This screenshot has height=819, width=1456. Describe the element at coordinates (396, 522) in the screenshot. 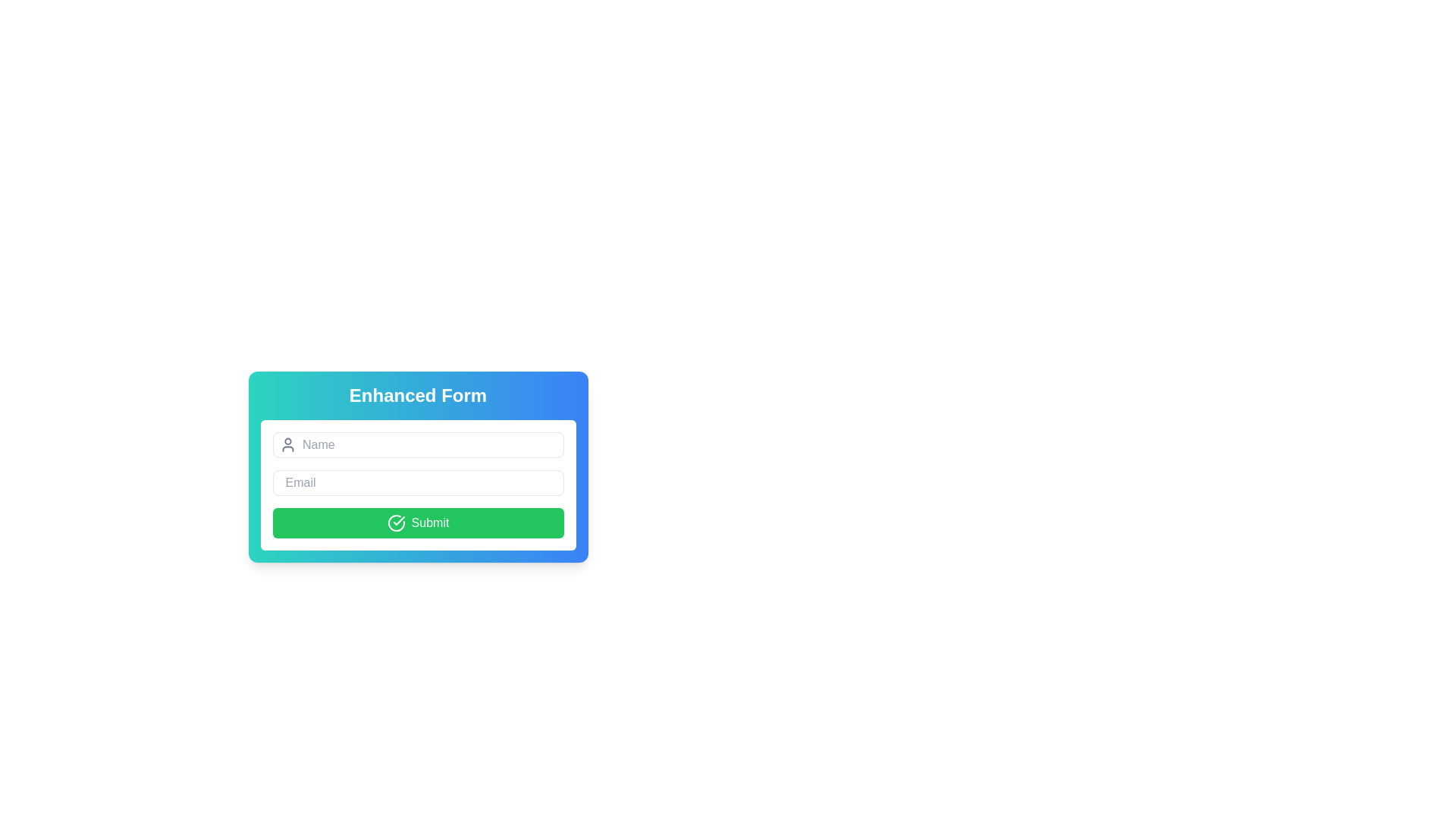

I see `the circular graphical icon that is part of the SVG graphic located on the right side of the green 'Submit' button` at that location.